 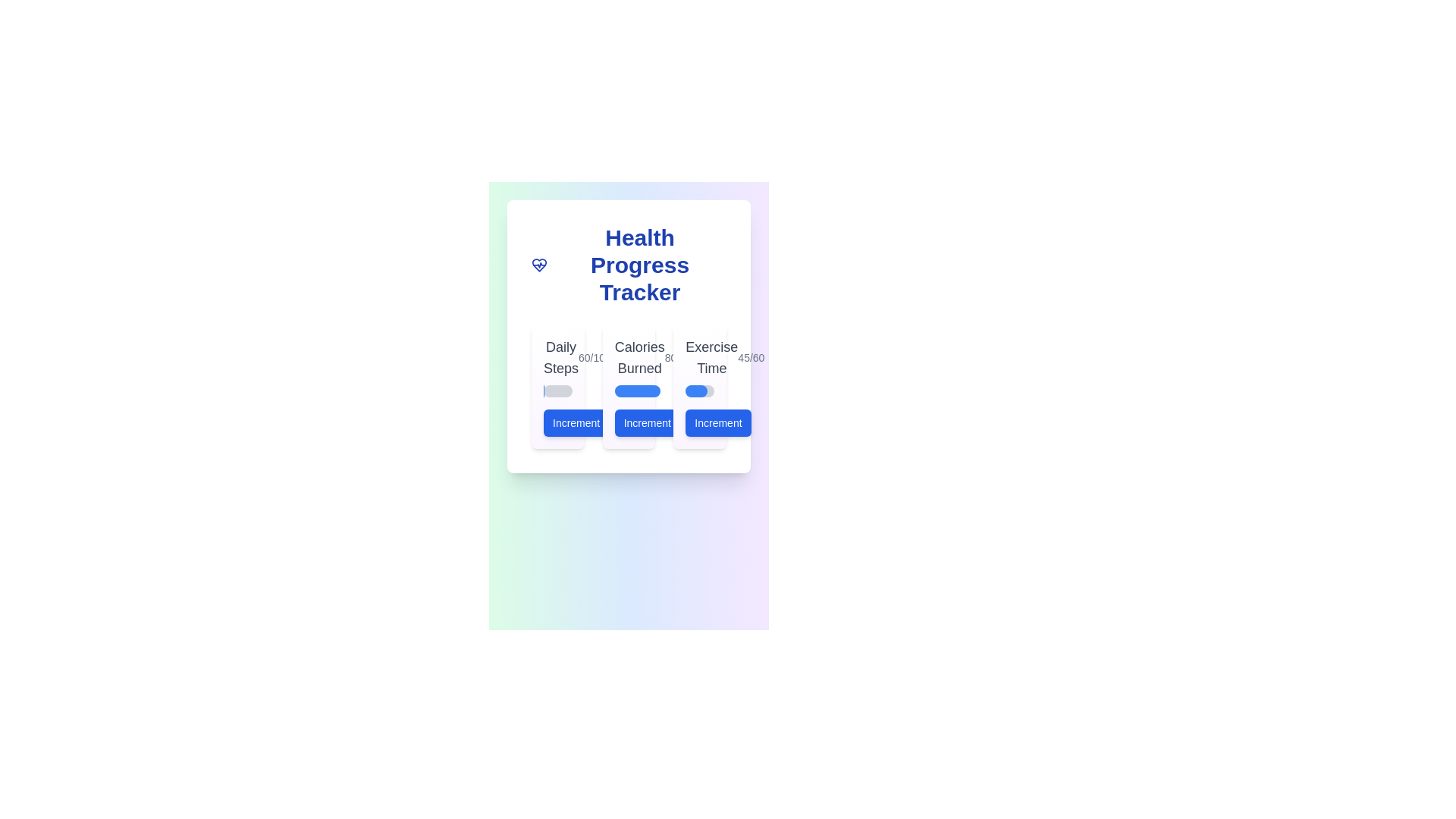 What do you see at coordinates (629, 391) in the screenshot?
I see `the progress bar that visually displays the user's progress towards the calorie goal, located within the 'Calories Burned' card, below the text 'Calories Burned' and above the 'Increment' button` at bounding box center [629, 391].